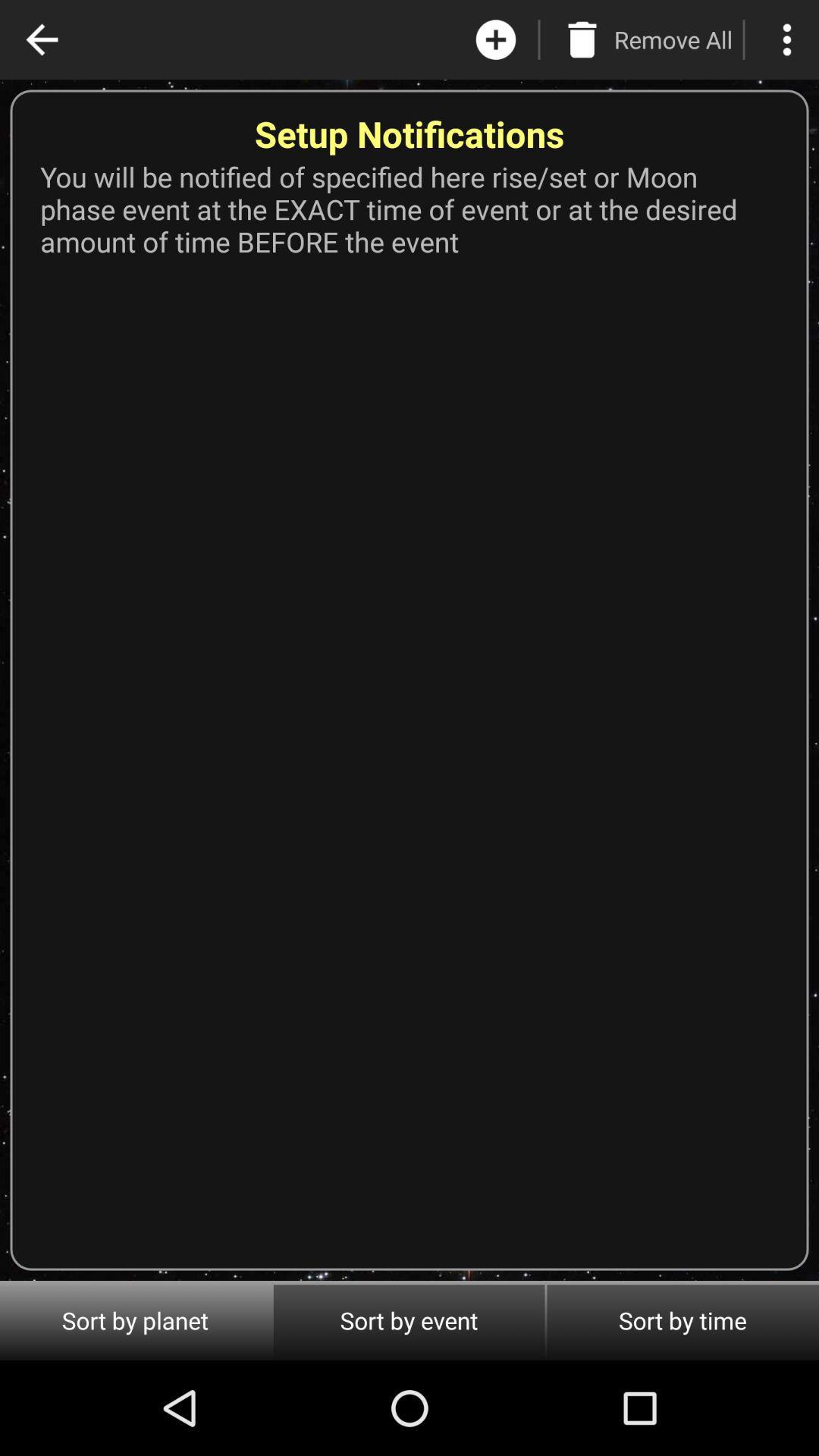  What do you see at coordinates (672, 39) in the screenshot?
I see `the remove all app` at bounding box center [672, 39].